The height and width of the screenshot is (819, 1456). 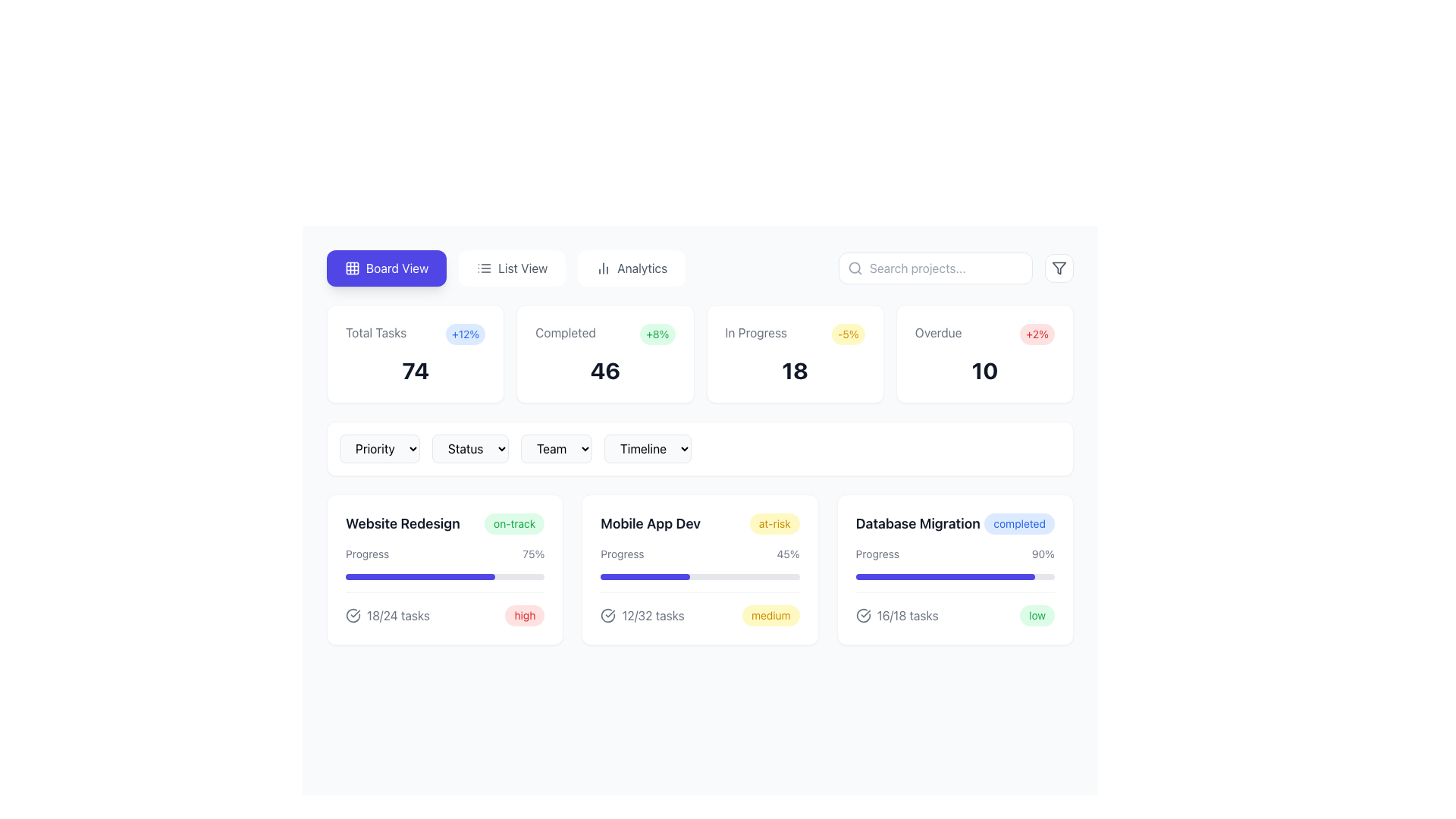 I want to click on the non-interactive text label displaying 'Overdue' in gray color, positioned at the top right section of the dashboard interface, so click(x=937, y=332).